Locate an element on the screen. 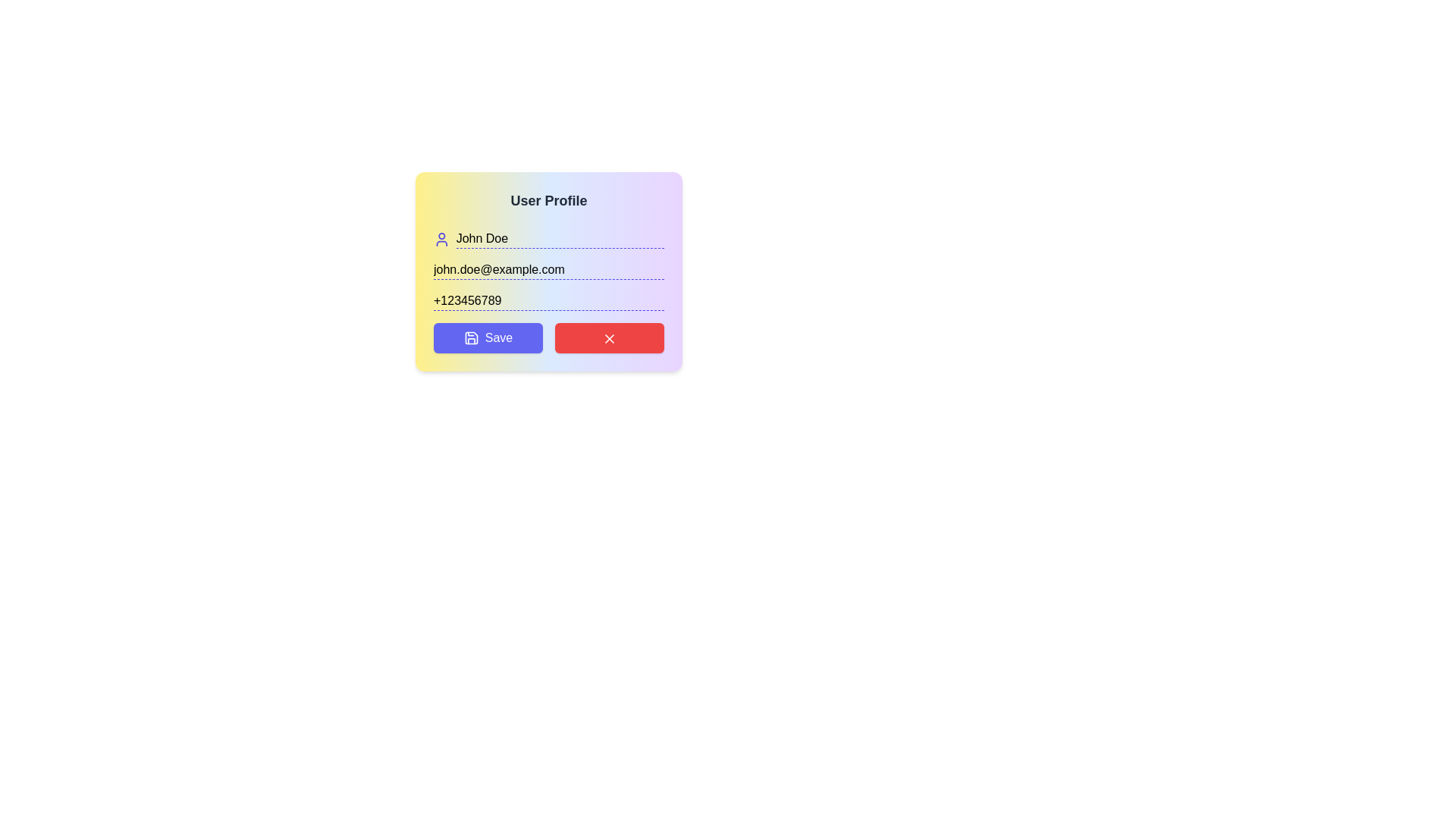 This screenshot has width=1456, height=819. the save icon located at the bottom of the user profile form card, which is the first component in the button group is located at coordinates (470, 337).